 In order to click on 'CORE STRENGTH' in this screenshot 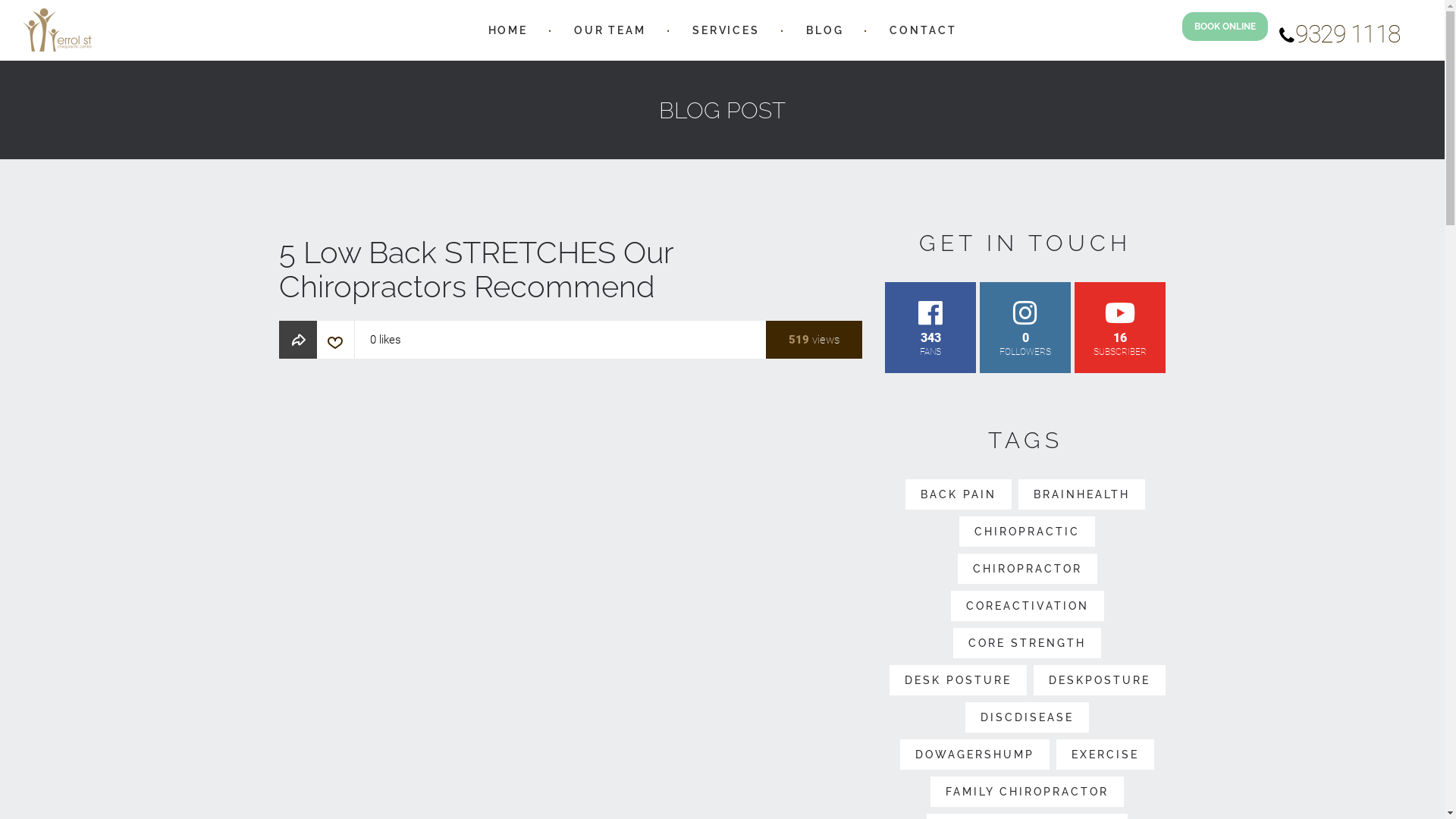, I will do `click(952, 643)`.